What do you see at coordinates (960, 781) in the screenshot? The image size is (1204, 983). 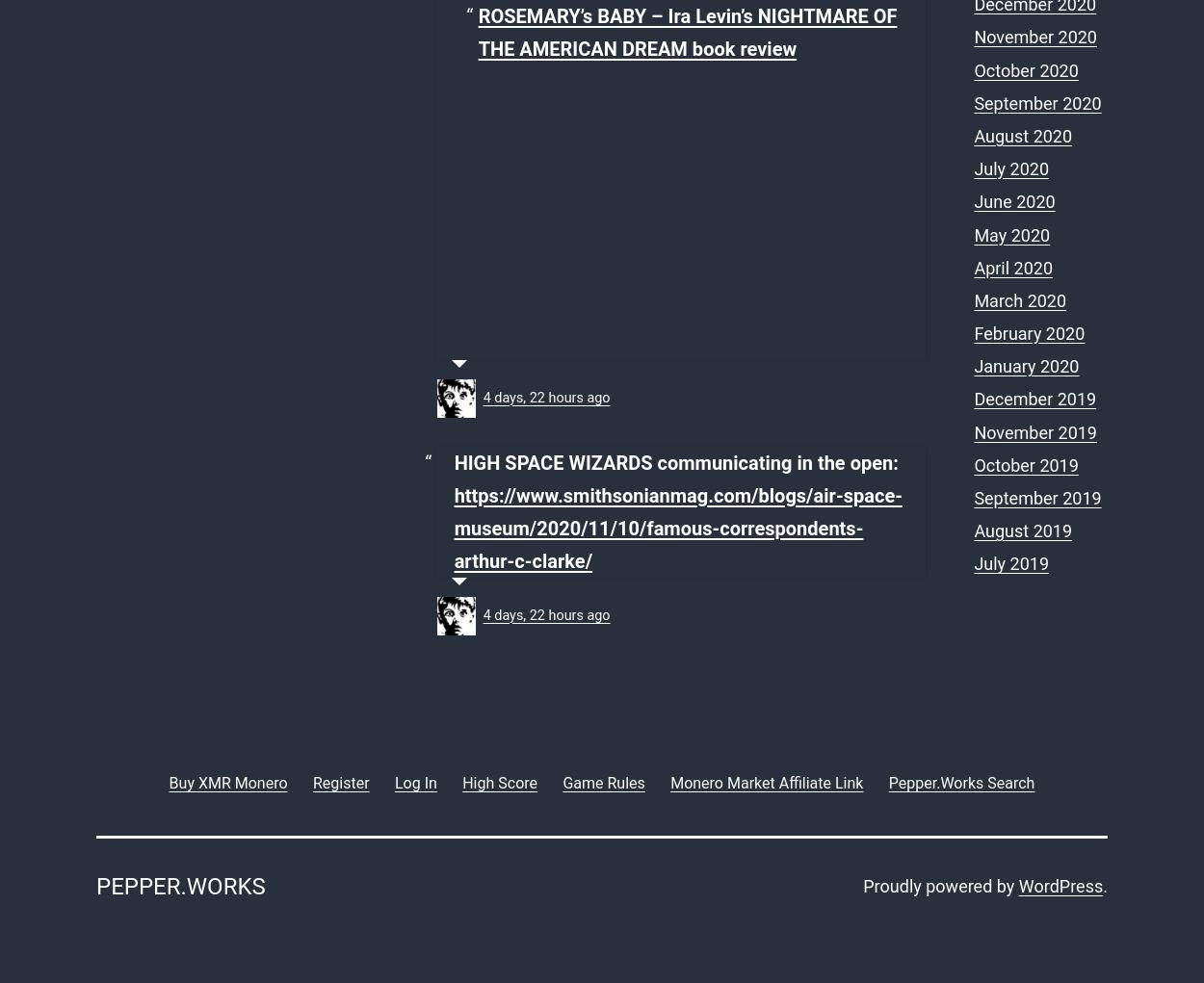 I see `'Pepper.Works Search'` at bounding box center [960, 781].